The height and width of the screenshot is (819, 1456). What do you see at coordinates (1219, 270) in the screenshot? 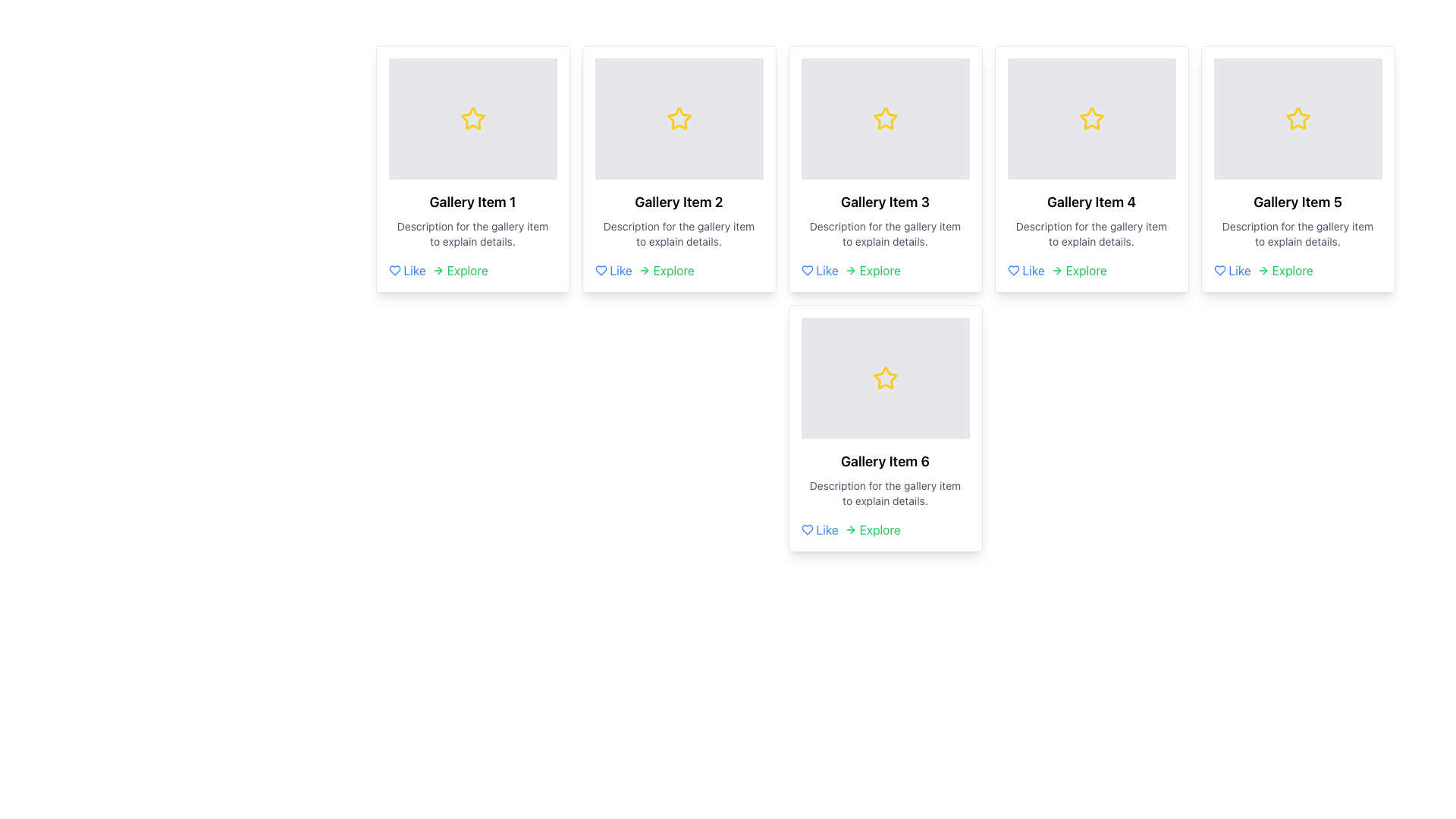
I see `the heart icon associated with 'Gallery Item 5'` at bounding box center [1219, 270].